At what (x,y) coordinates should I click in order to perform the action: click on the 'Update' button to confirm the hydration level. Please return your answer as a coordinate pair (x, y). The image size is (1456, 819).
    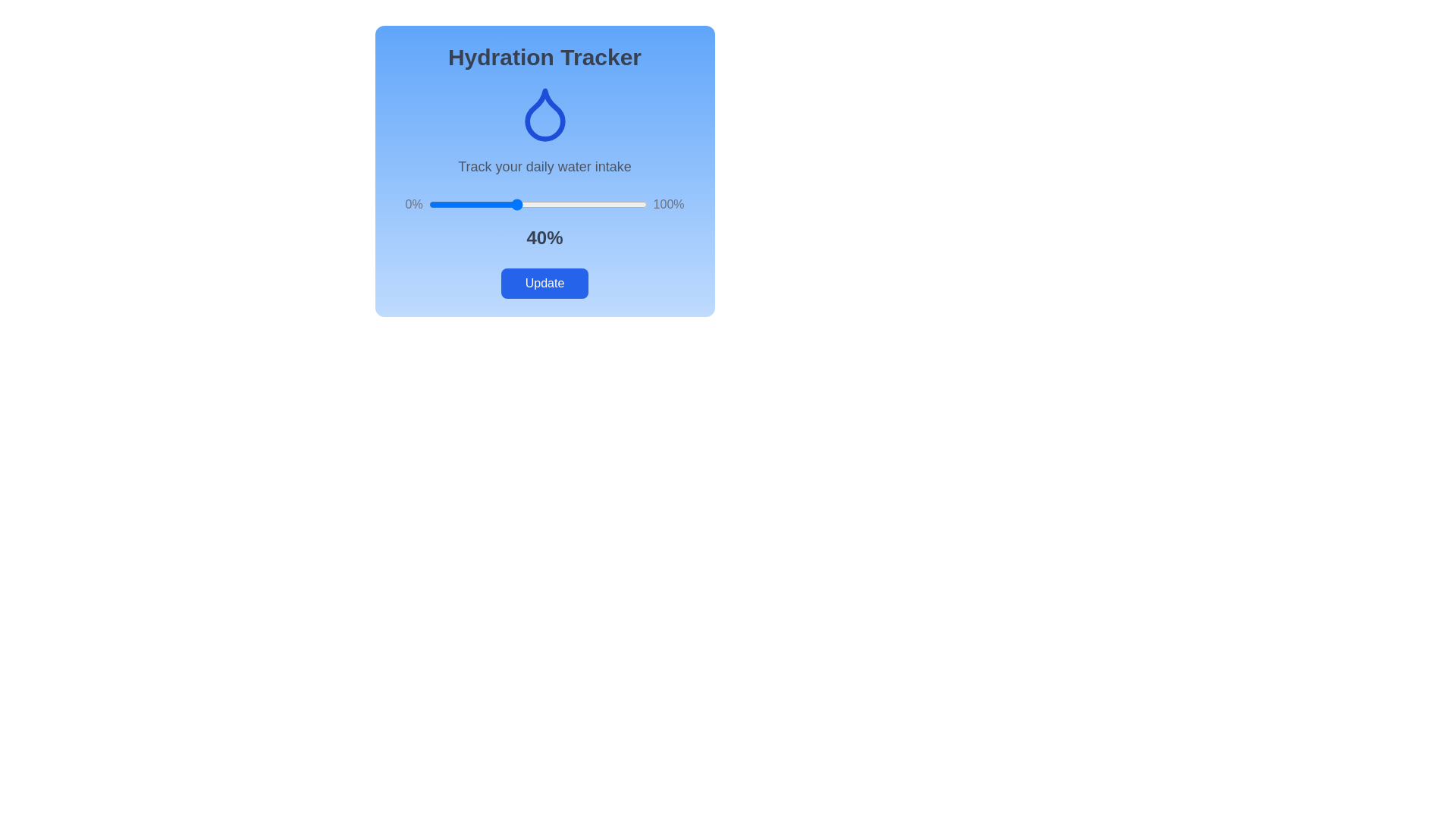
    Looking at the image, I should click on (544, 284).